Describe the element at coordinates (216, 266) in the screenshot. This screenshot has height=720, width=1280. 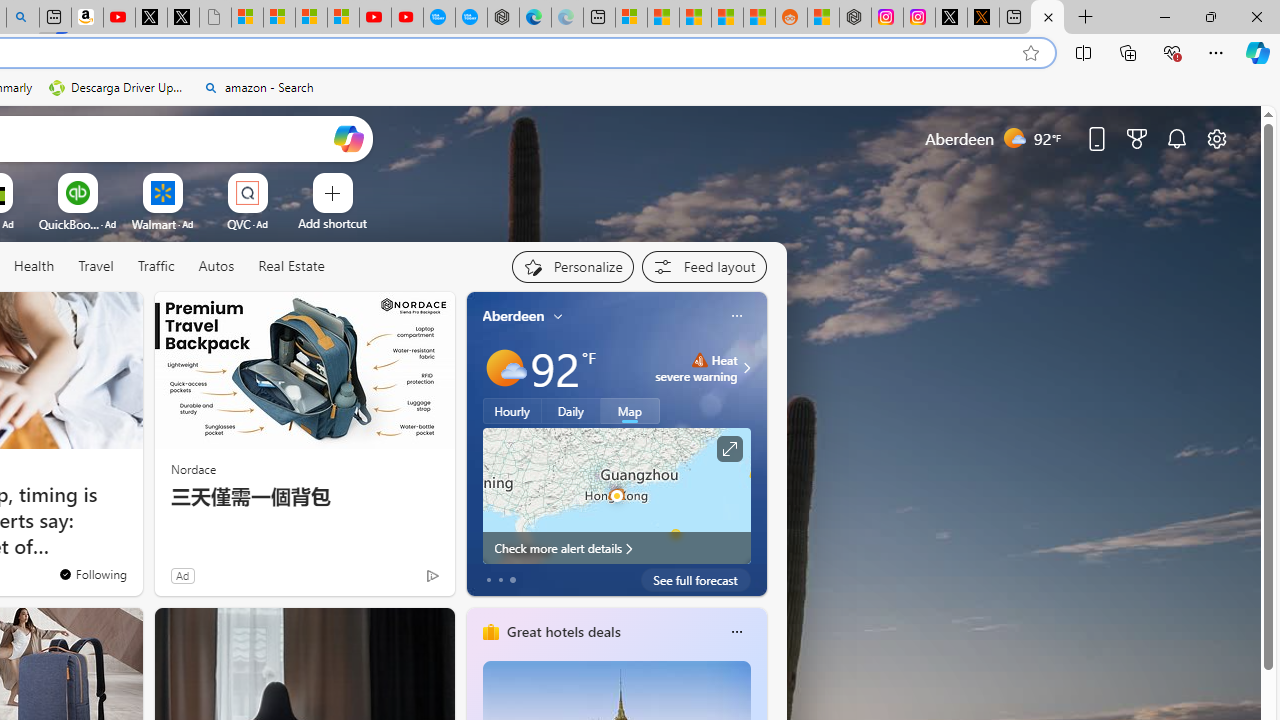
I see `'Autos'` at that location.